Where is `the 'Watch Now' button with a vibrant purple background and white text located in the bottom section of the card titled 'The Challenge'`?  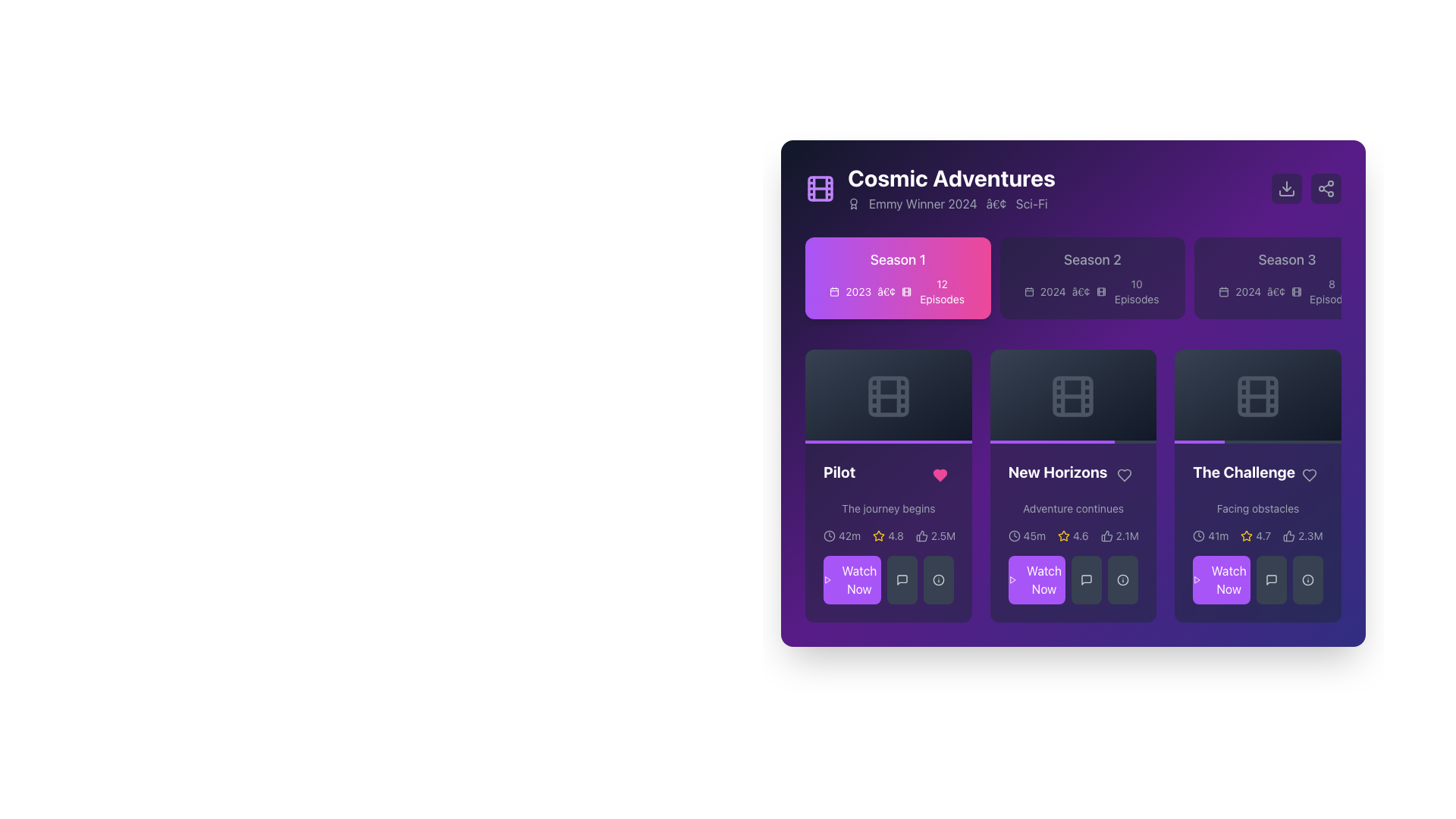
the 'Watch Now' button with a vibrant purple background and white text located in the bottom section of the card titled 'The Challenge' is located at coordinates (1222, 579).